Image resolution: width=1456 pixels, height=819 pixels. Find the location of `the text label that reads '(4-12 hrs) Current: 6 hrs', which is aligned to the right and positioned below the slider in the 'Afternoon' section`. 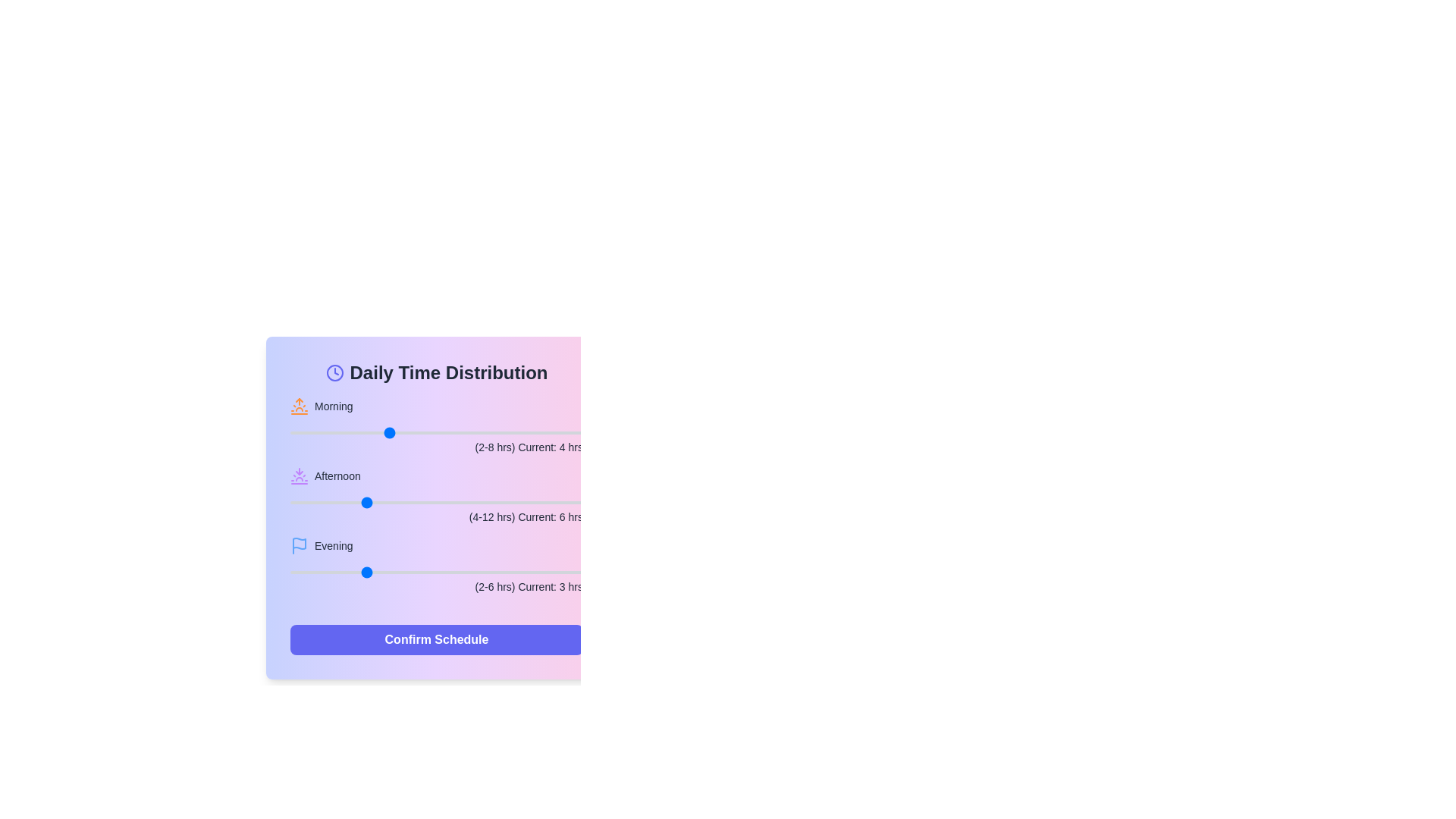

the text label that reads '(4-12 hrs) Current: 6 hrs', which is aligned to the right and positioned below the slider in the 'Afternoon' section is located at coordinates (436, 516).